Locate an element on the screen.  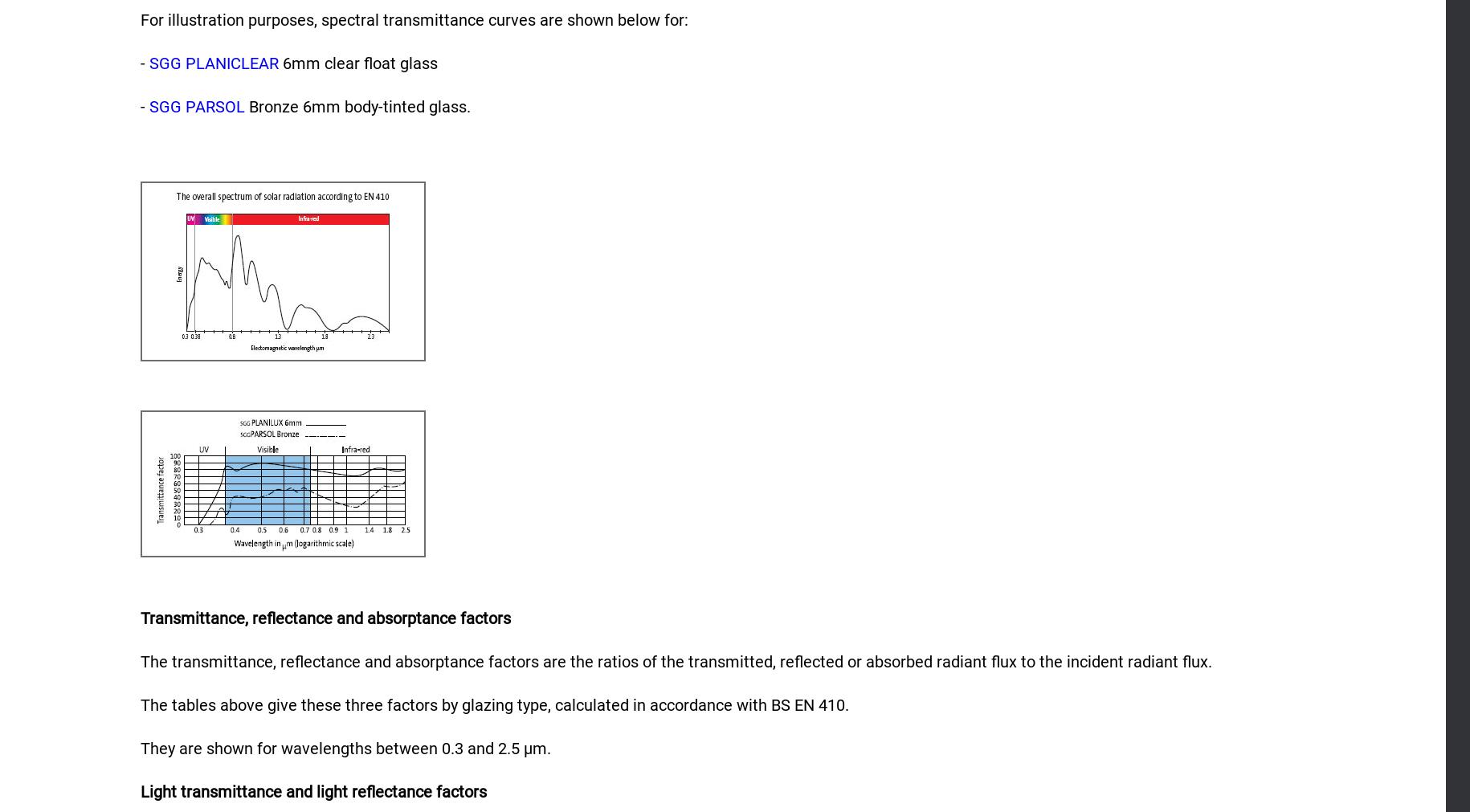
'SGG PARSOL' is located at coordinates (196, 105).